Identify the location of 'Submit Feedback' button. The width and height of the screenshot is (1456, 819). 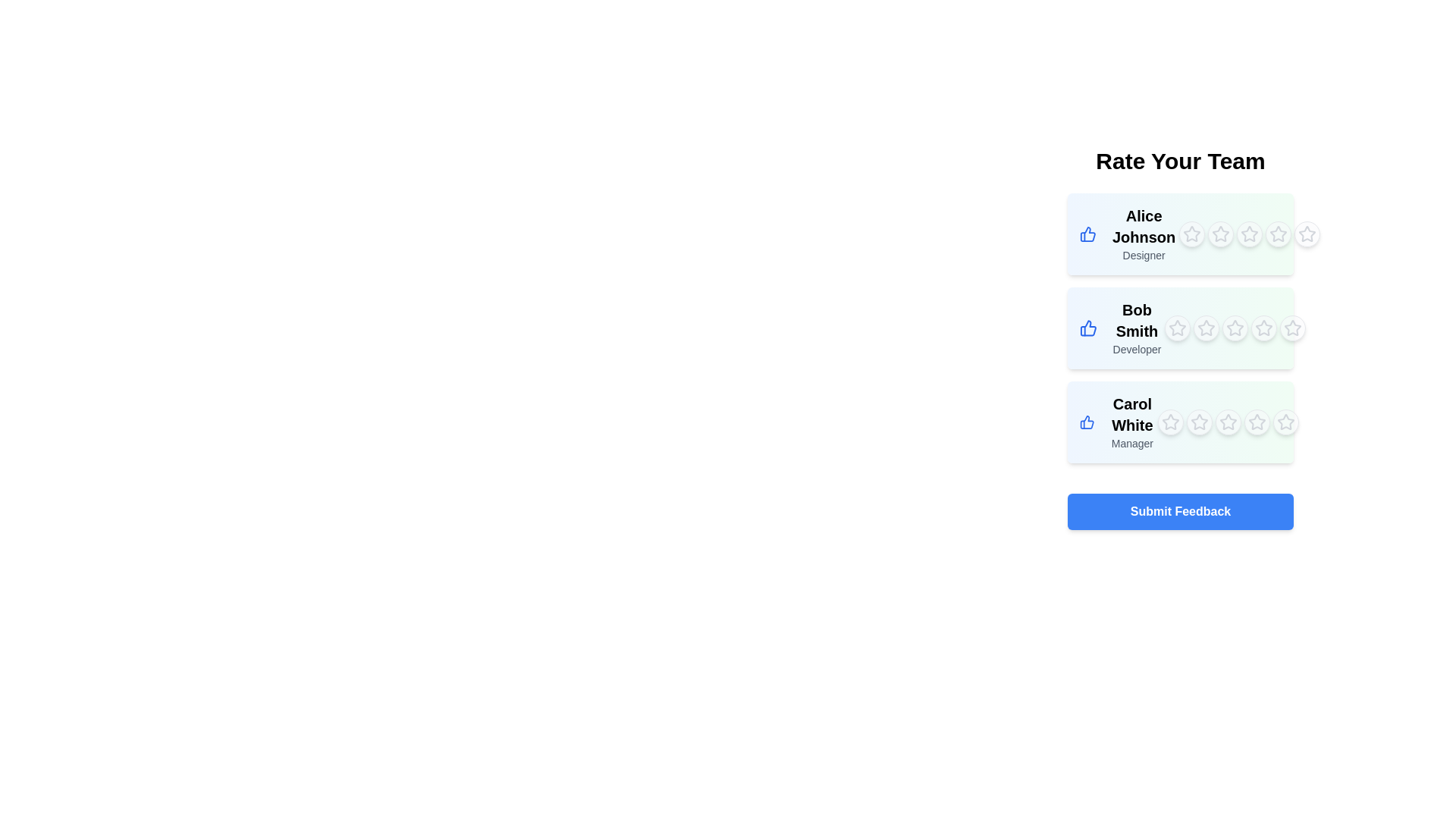
(1179, 512).